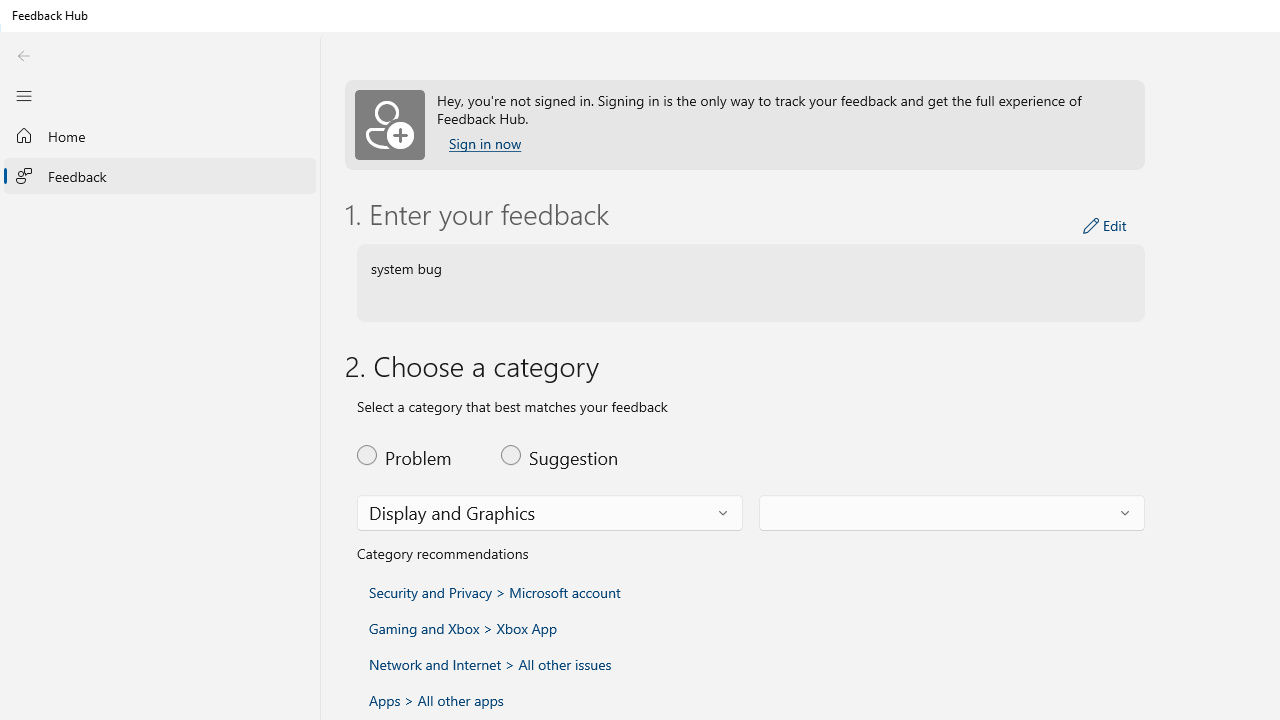 The width and height of the screenshot is (1280, 720). Describe the element at coordinates (485, 143) in the screenshot. I see `'Sign in now'` at that location.